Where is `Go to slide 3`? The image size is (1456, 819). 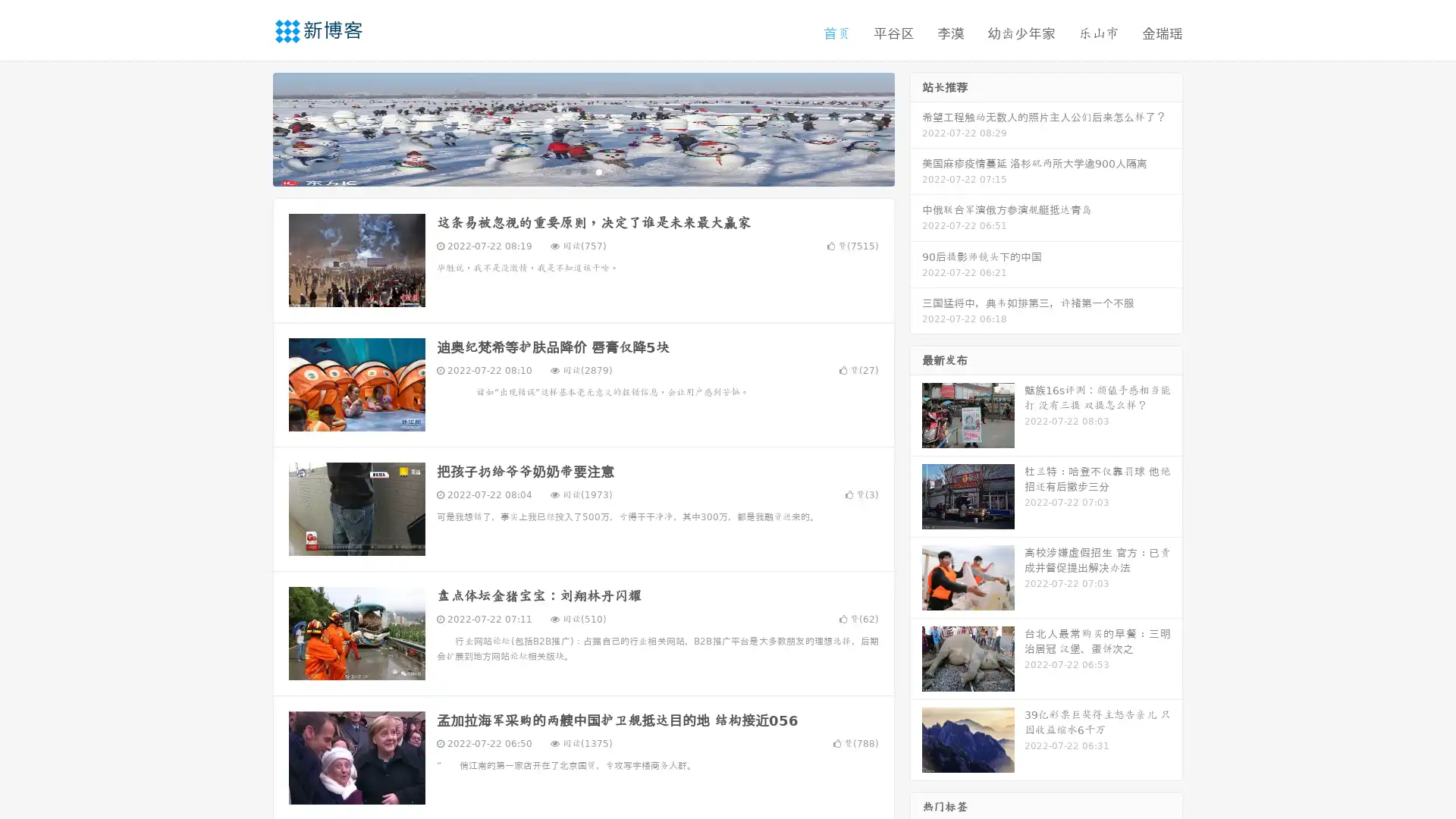
Go to slide 3 is located at coordinates (598, 171).